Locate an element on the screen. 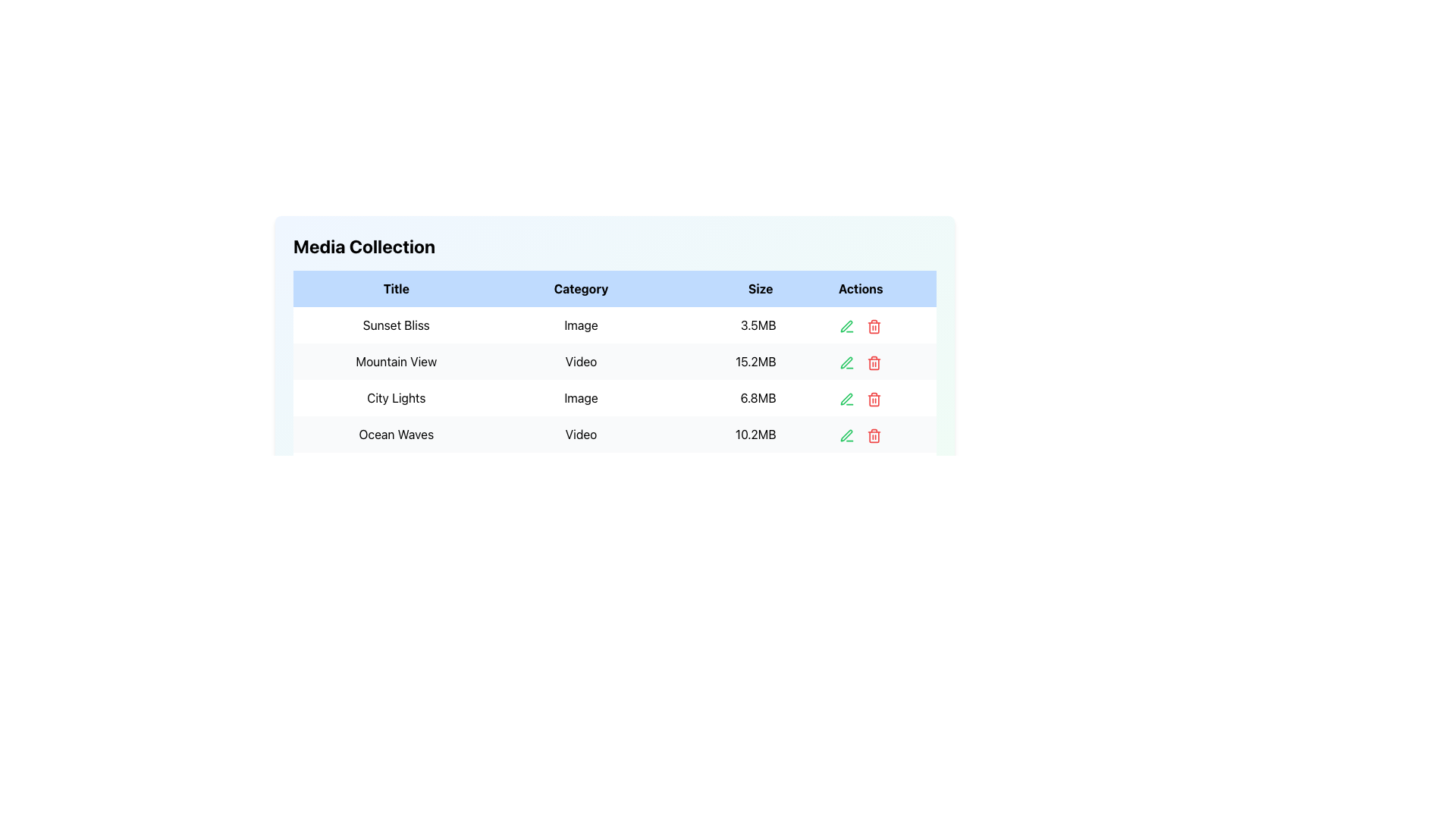 This screenshot has width=1456, height=819. the small green pen icon associated with the edit action, located in the fourth column labeled 'Actions' in the second row of the table, adjacent to the 'Mountain View' entry under 'Title' is located at coordinates (846, 362).